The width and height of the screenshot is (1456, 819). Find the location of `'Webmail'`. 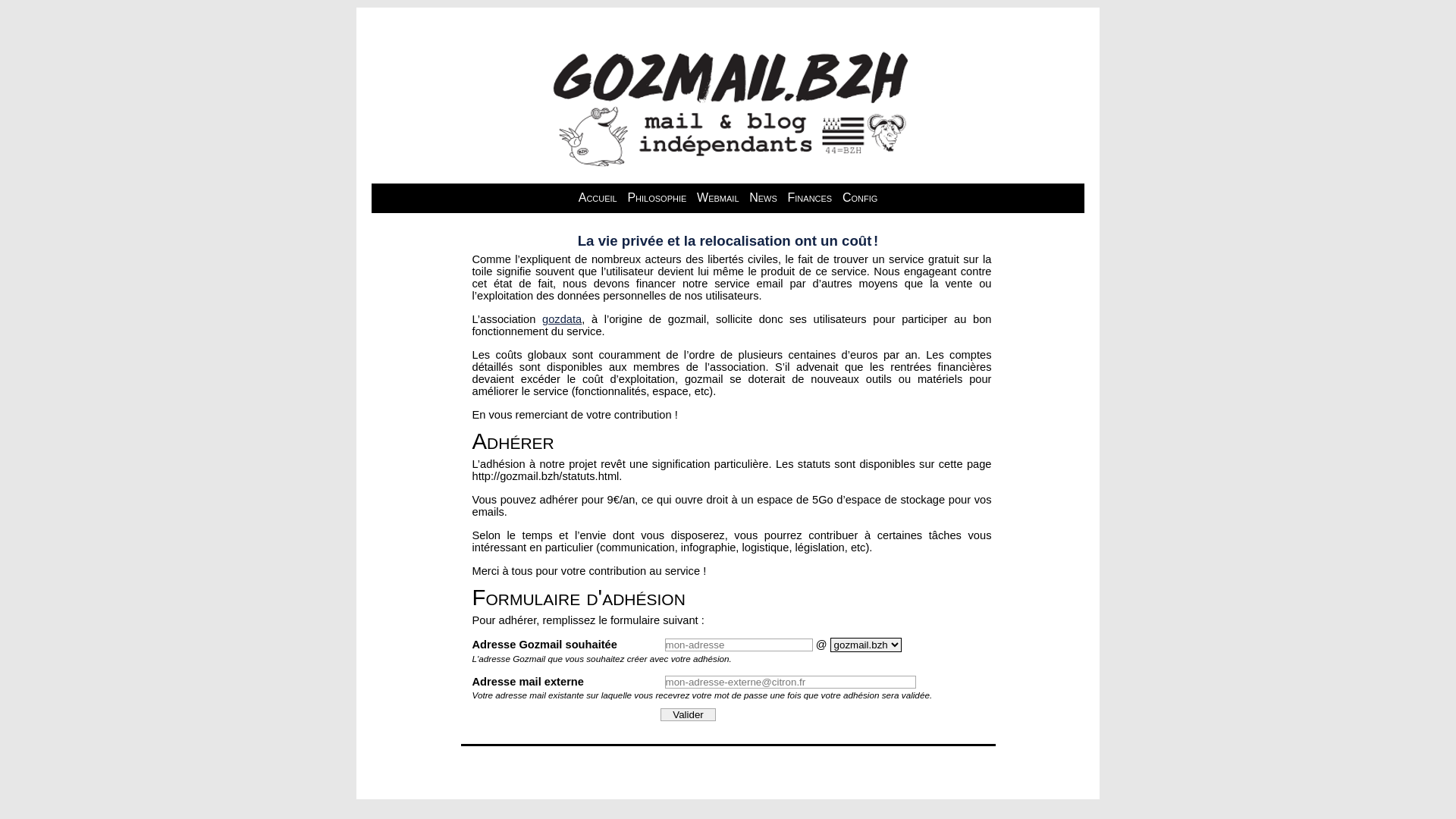

'Webmail' is located at coordinates (717, 196).